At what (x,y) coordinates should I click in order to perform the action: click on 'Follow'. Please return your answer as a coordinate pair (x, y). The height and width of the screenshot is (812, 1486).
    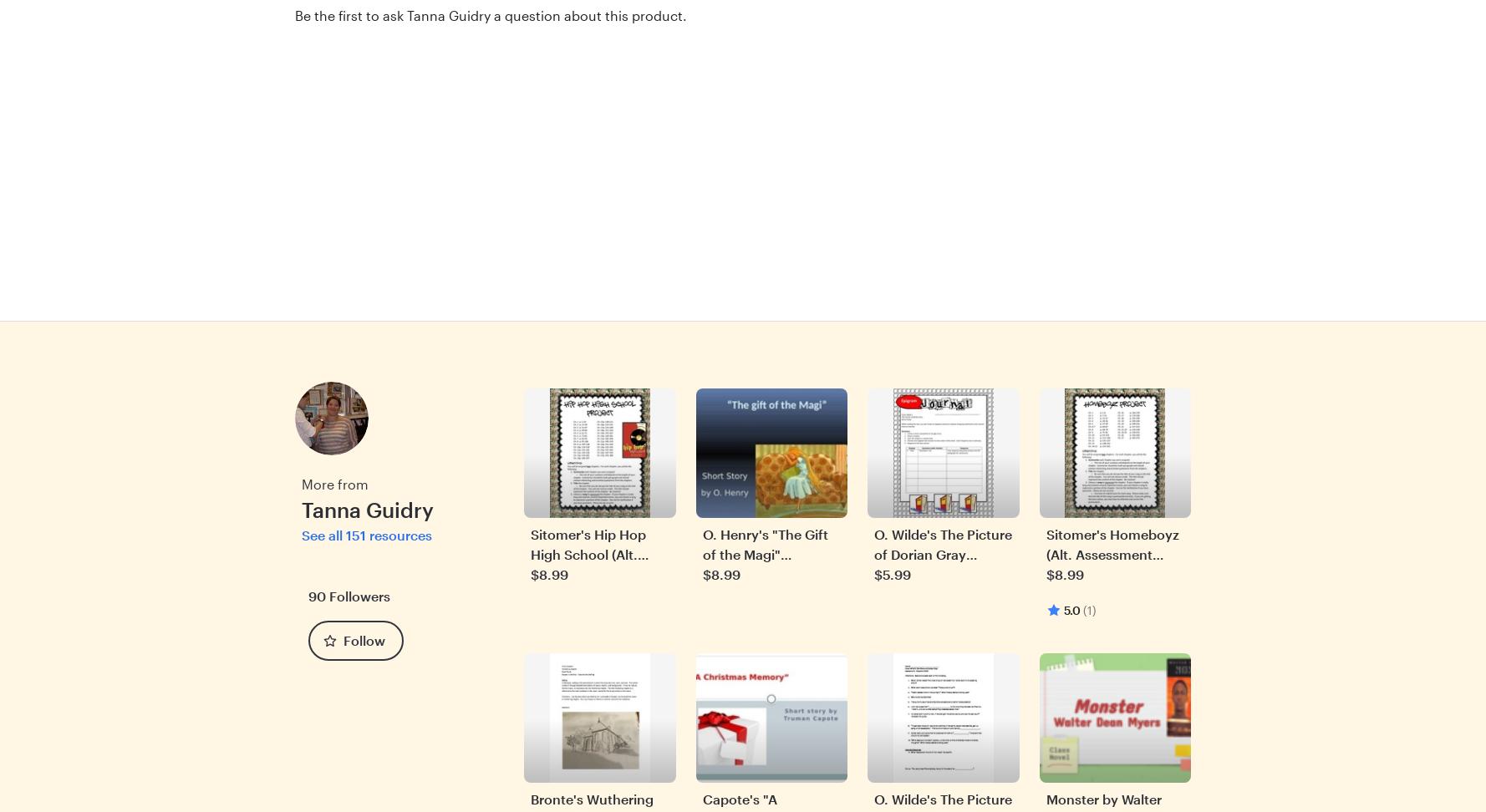
    Looking at the image, I should click on (364, 640).